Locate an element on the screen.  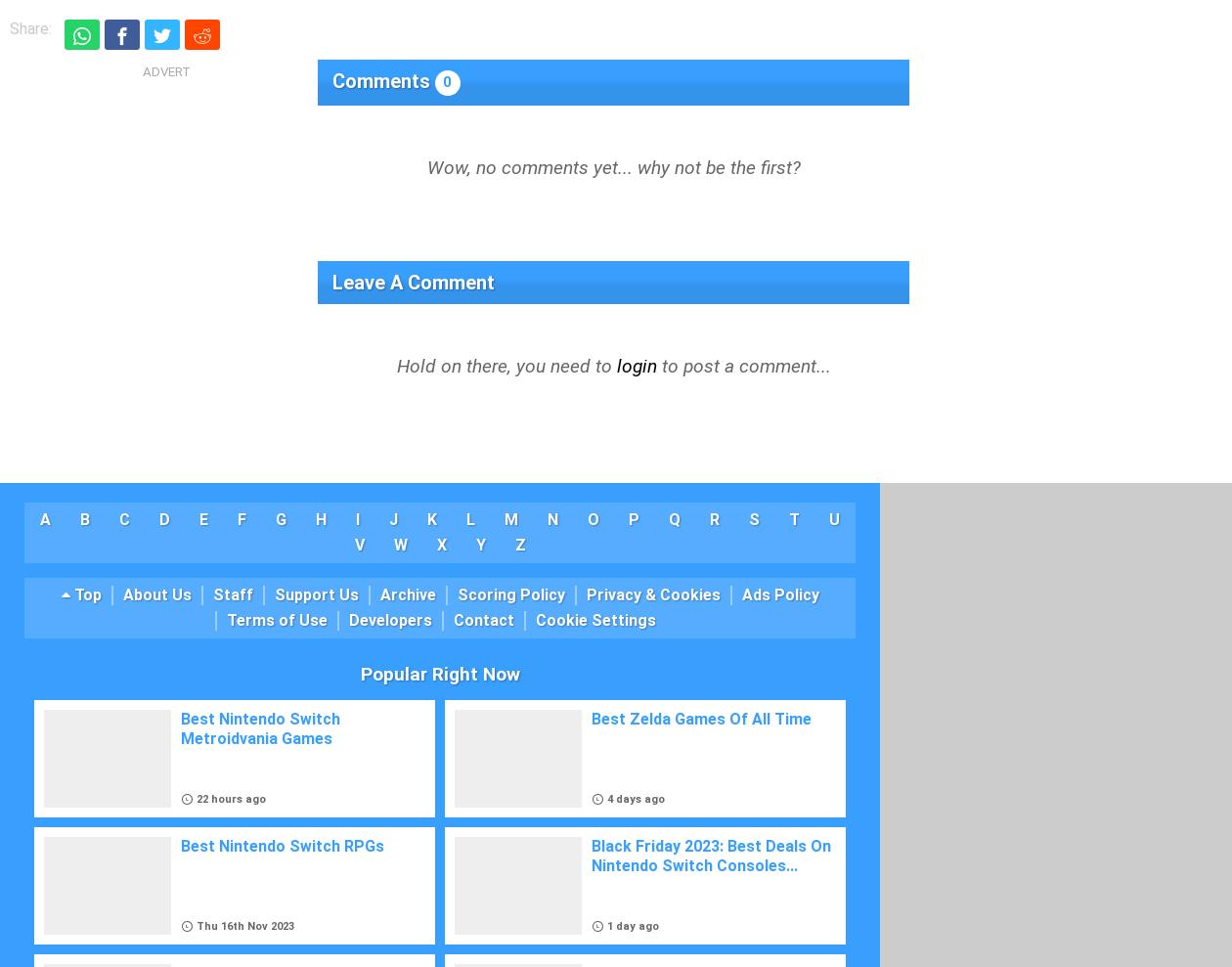
'Thu 16th Nov 2023' is located at coordinates (244, 926).